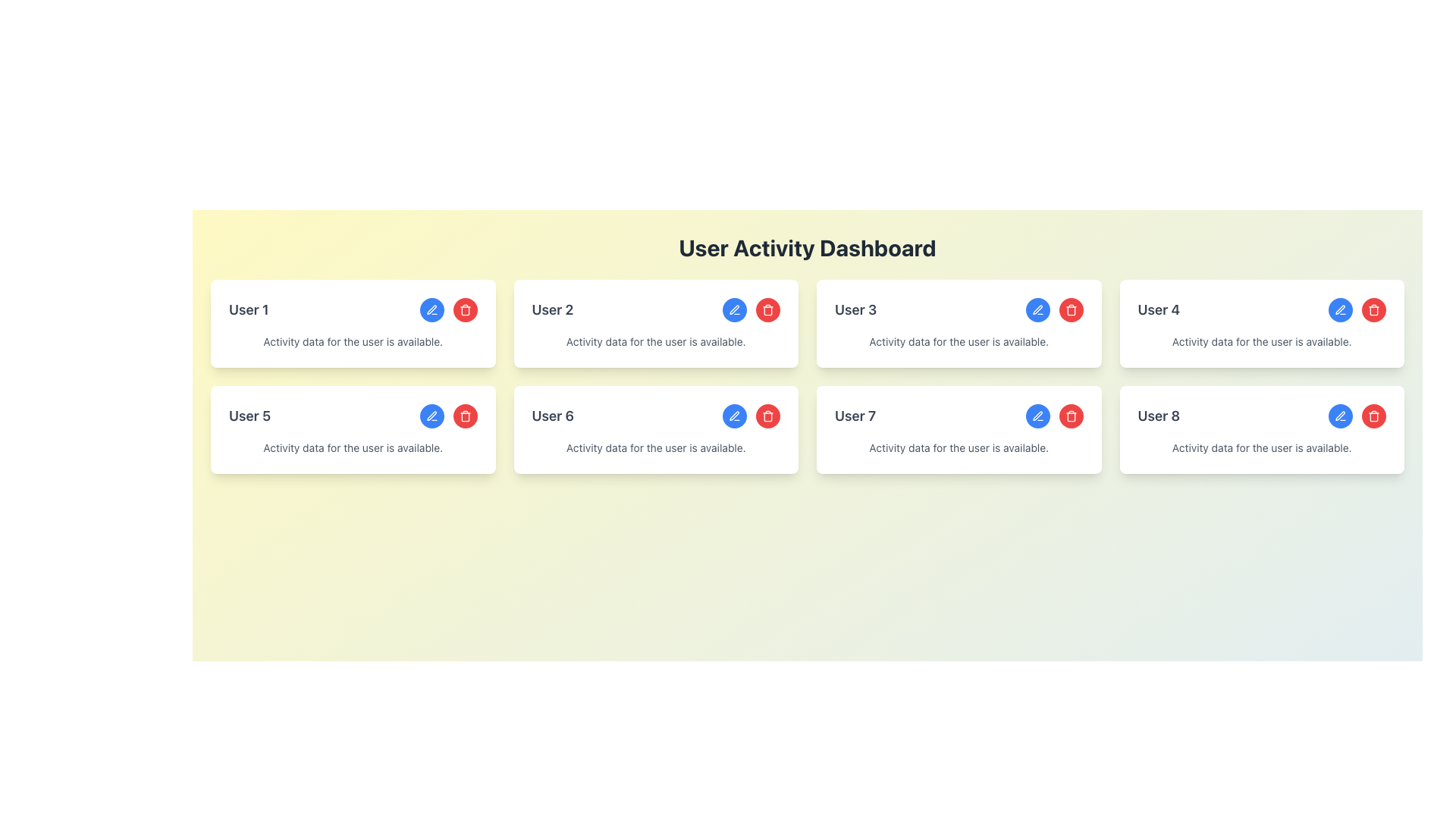 Image resolution: width=1456 pixels, height=819 pixels. Describe the element at coordinates (1070, 310) in the screenshot. I see `the delete action icon in the top right corner of the fourth user card in the first row` at that location.